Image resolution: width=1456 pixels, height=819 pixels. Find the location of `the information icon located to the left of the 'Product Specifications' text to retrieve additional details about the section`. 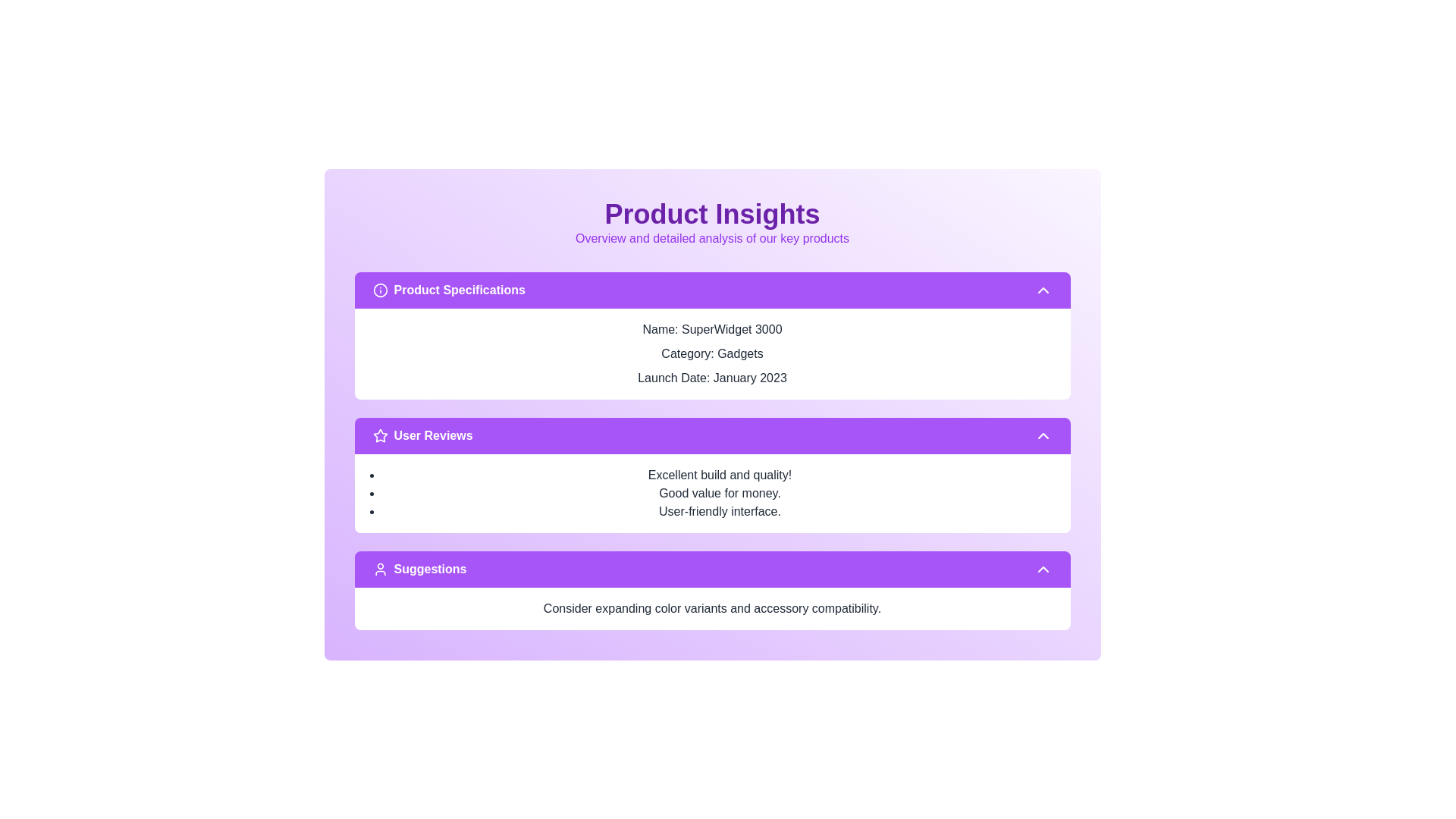

the information icon located to the left of the 'Product Specifications' text to retrieve additional details about the section is located at coordinates (380, 290).